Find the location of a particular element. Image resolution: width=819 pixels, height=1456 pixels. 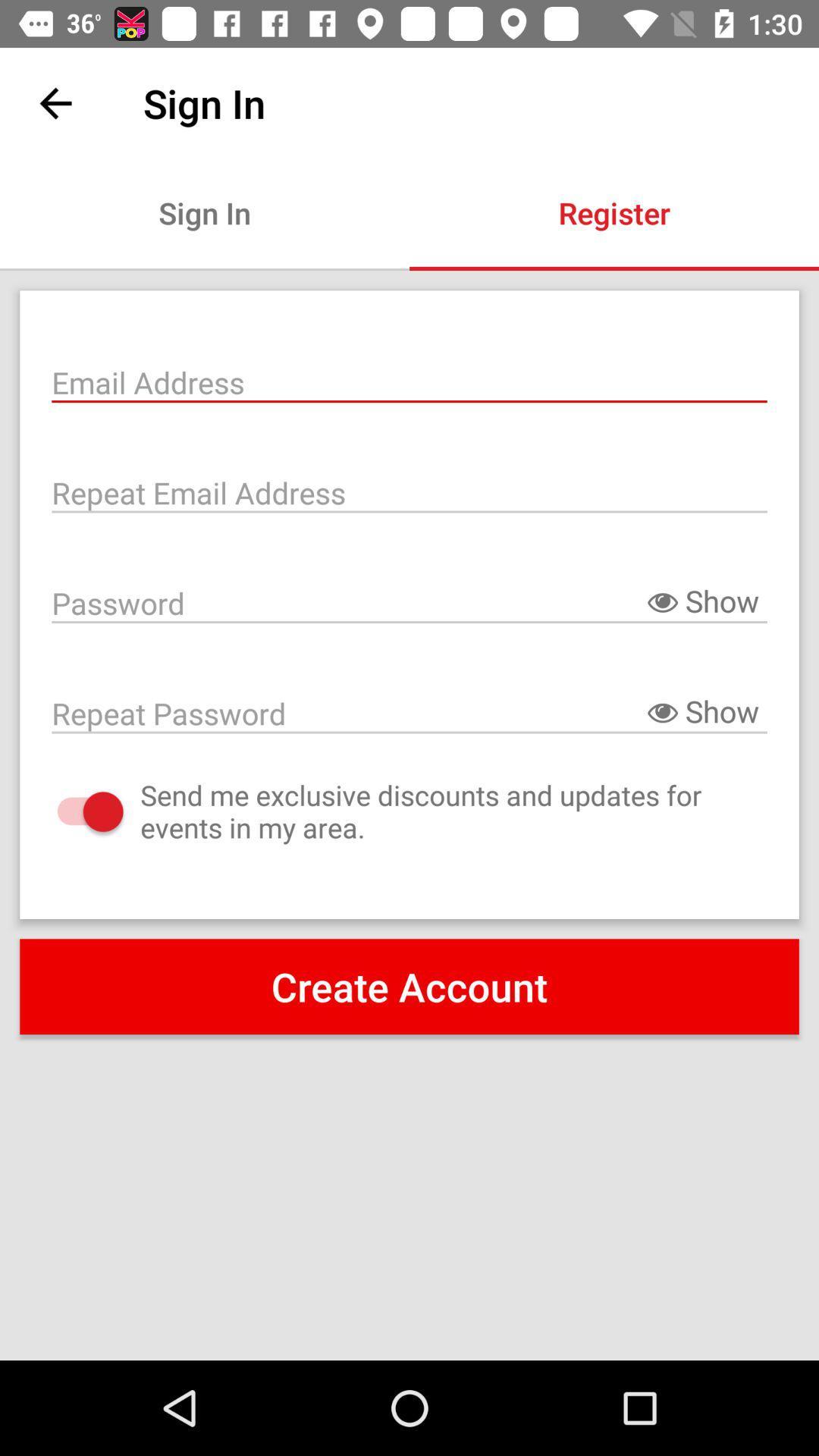

previous is located at coordinates (55, 102).